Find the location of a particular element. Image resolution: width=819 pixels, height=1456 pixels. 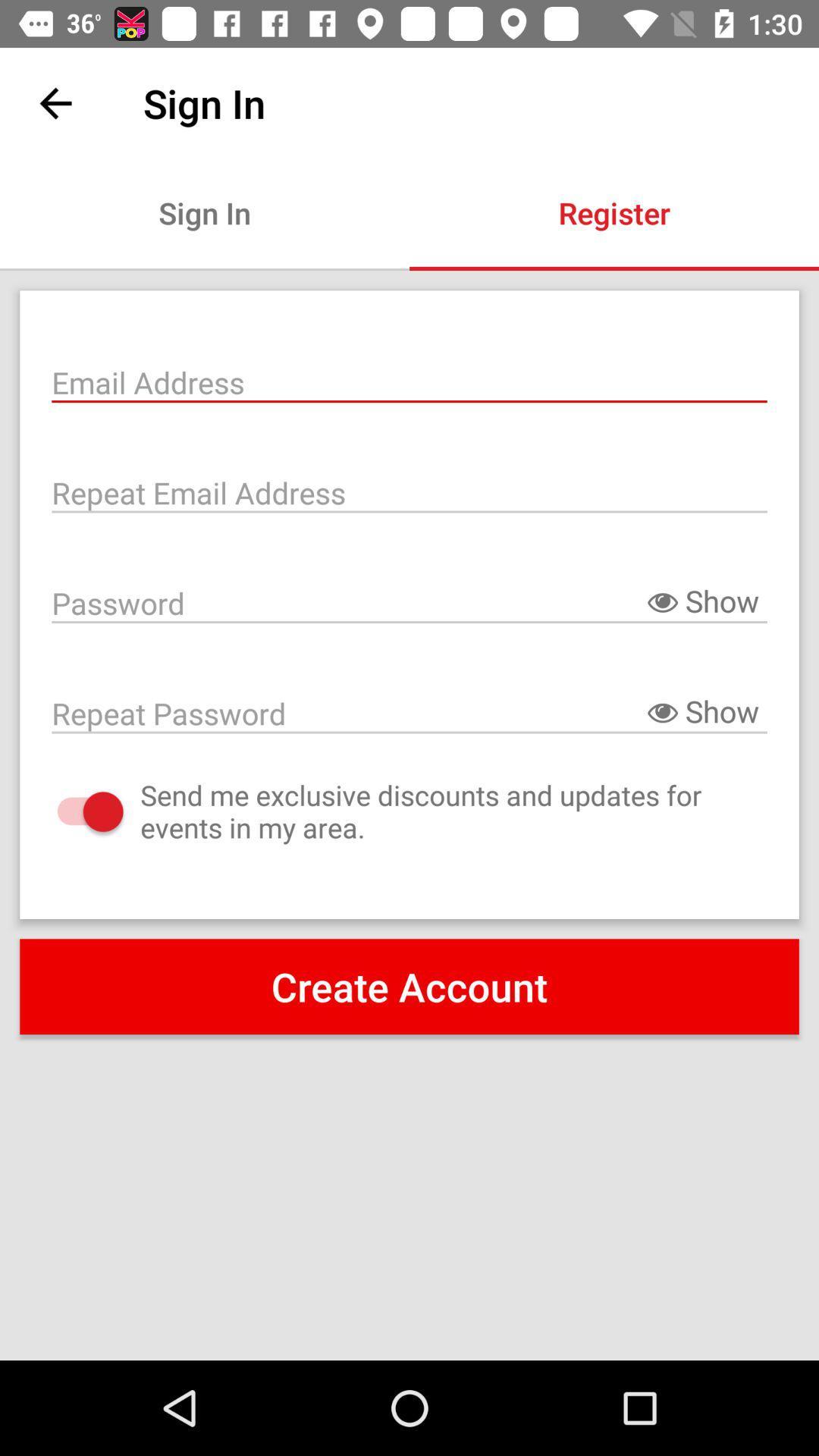

previous is located at coordinates (55, 102).